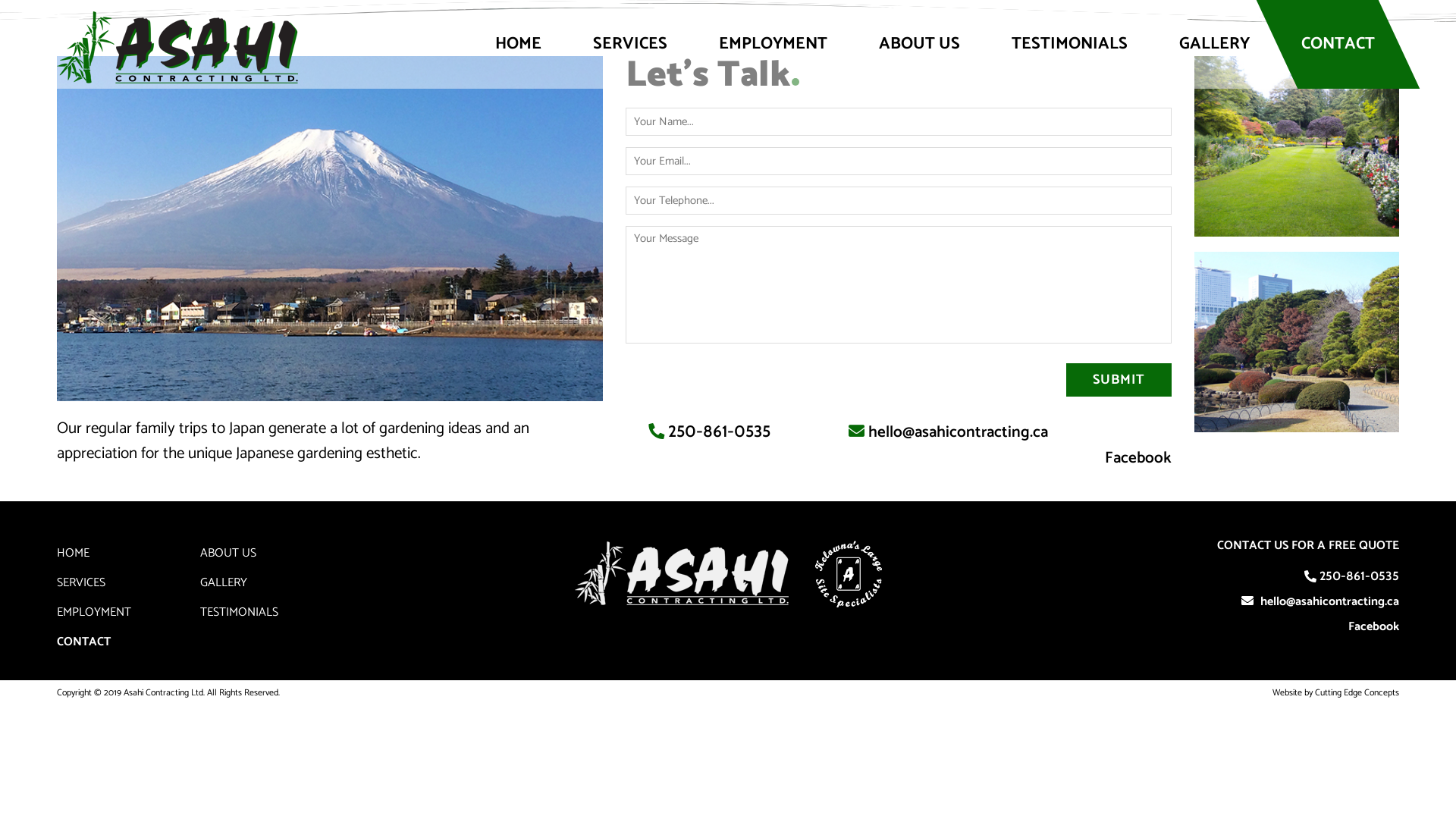  Describe the element at coordinates (93, 611) in the screenshot. I see `'EMPLOYMENT'` at that location.